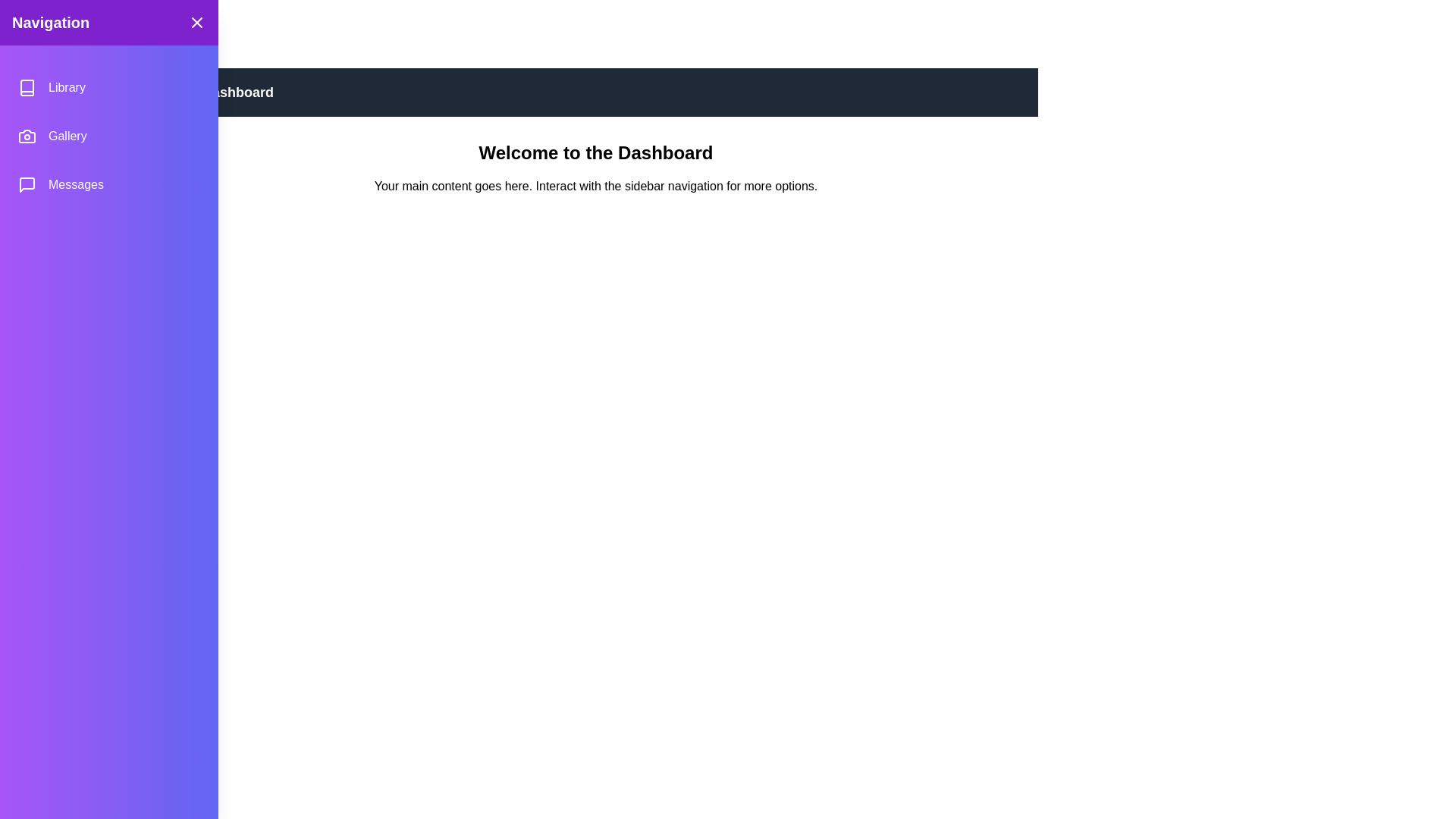 This screenshot has height=819, width=1456. Describe the element at coordinates (67, 136) in the screenshot. I see `the 'Gallery' text label in the sidebar navigation` at that location.